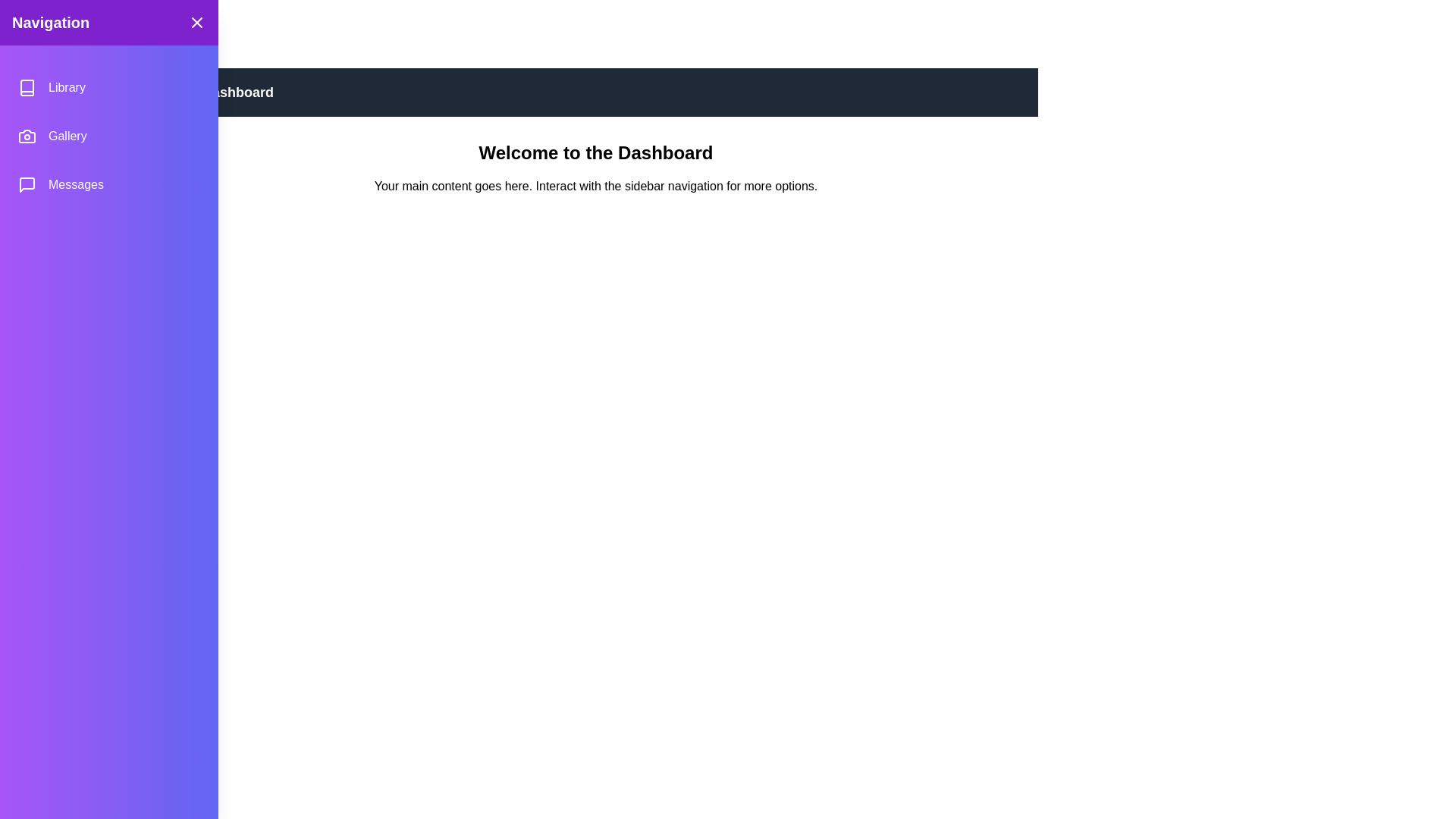 This screenshot has height=819, width=1456. Describe the element at coordinates (67, 136) in the screenshot. I see `the 'Gallery' text label in the sidebar navigation` at that location.